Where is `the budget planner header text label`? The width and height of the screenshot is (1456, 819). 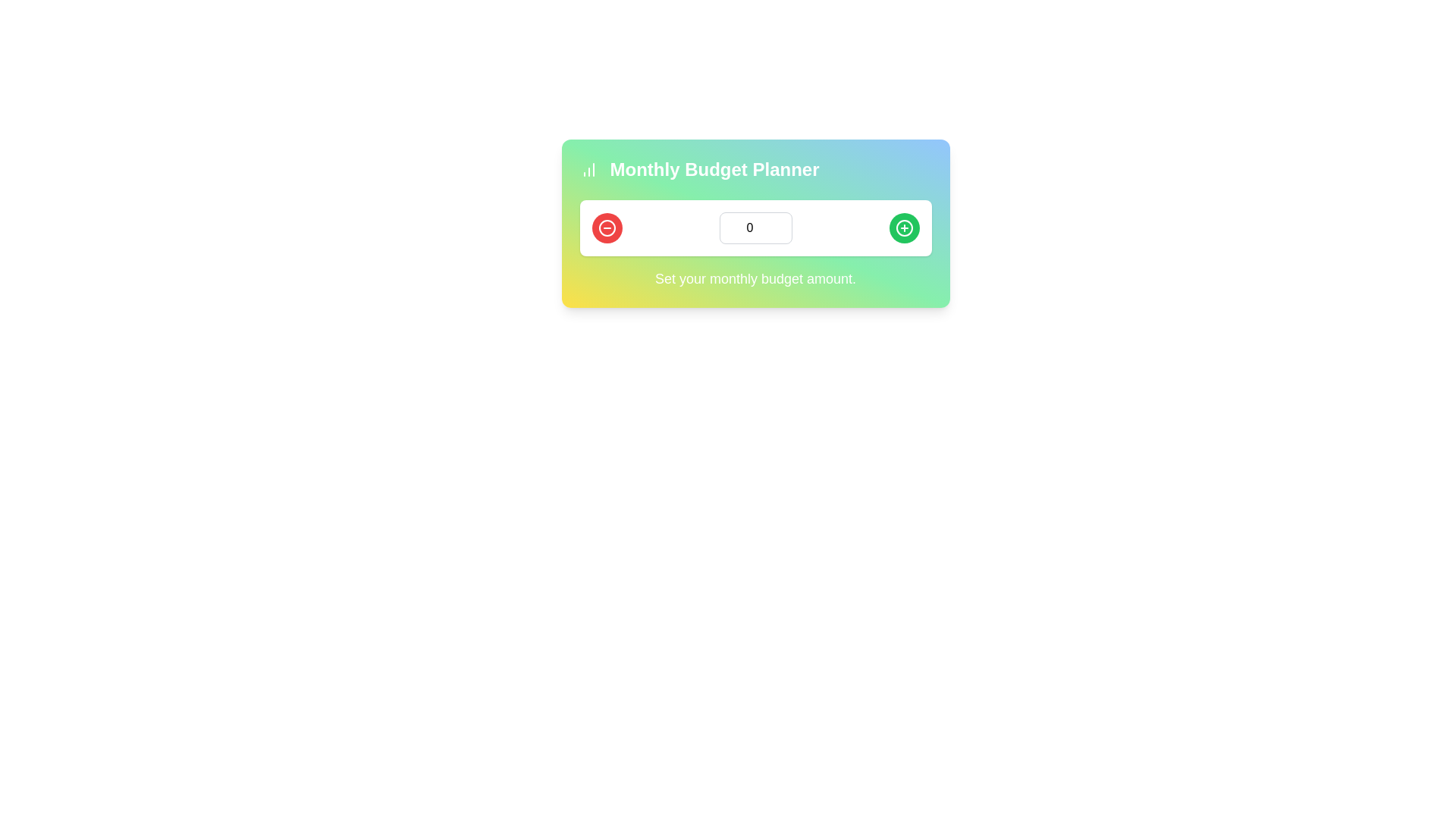
the budget planner header text label is located at coordinates (714, 169).